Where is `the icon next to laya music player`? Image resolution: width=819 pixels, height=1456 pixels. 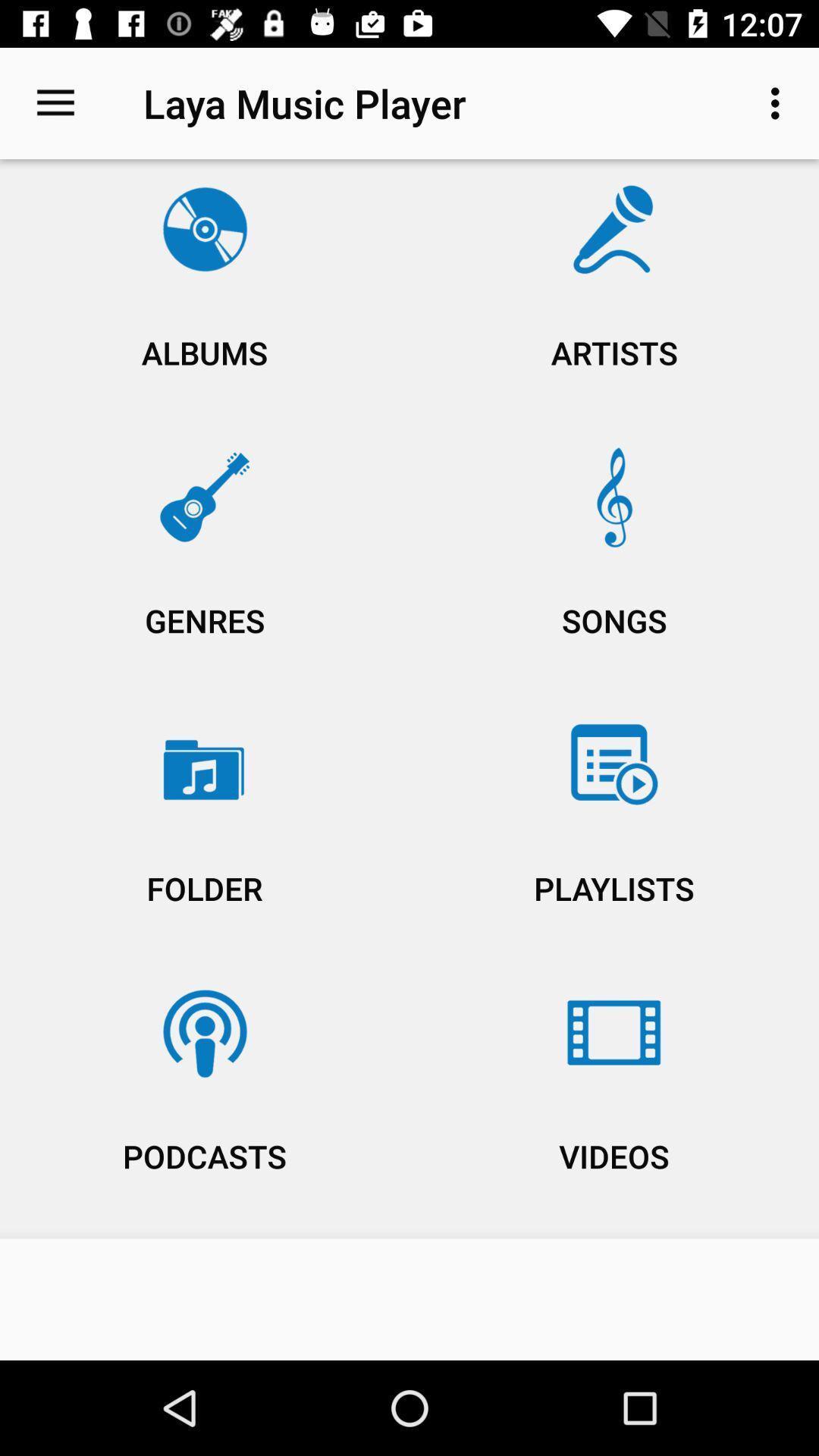 the icon next to laya music player is located at coordinates (55, 102).